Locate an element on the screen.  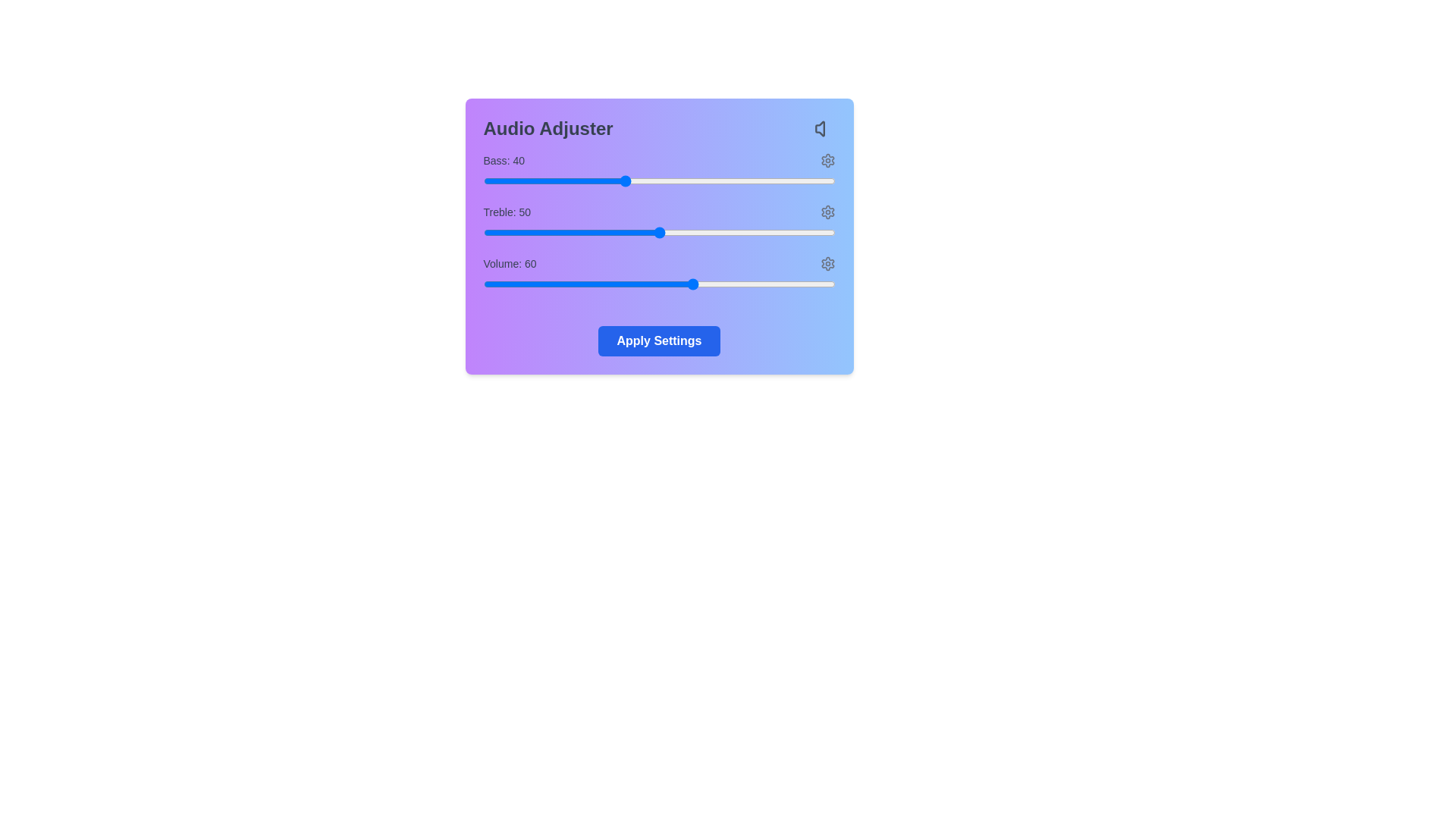
the 'Apply' button located at the bottom of the 'Audio Adjuster' panel to apply the adjusted audio settings including bass, treble, and volume is located at coordinates (659, 341).